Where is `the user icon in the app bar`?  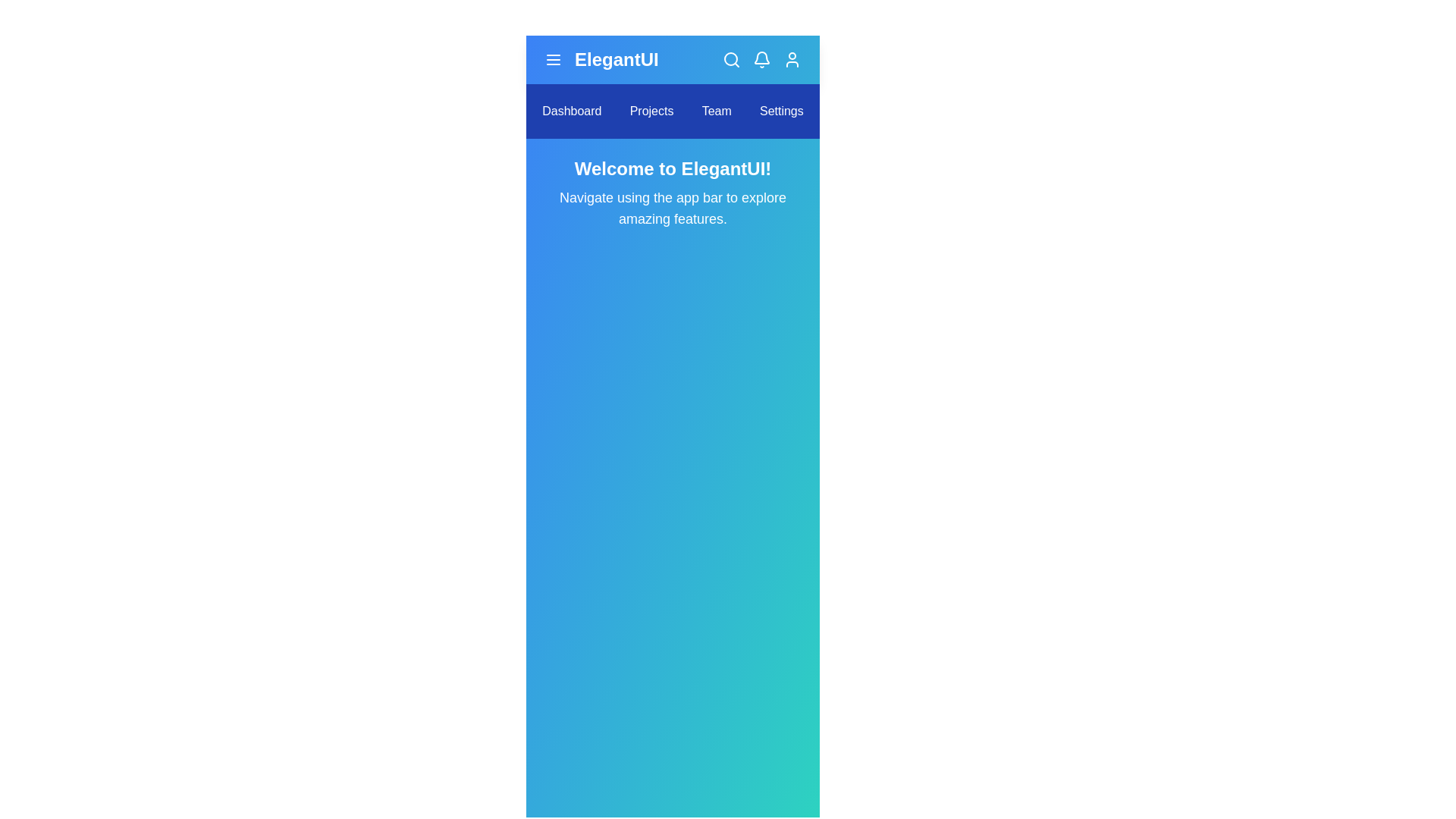 the user icon in the app bar is located at coordinates (792, 58).